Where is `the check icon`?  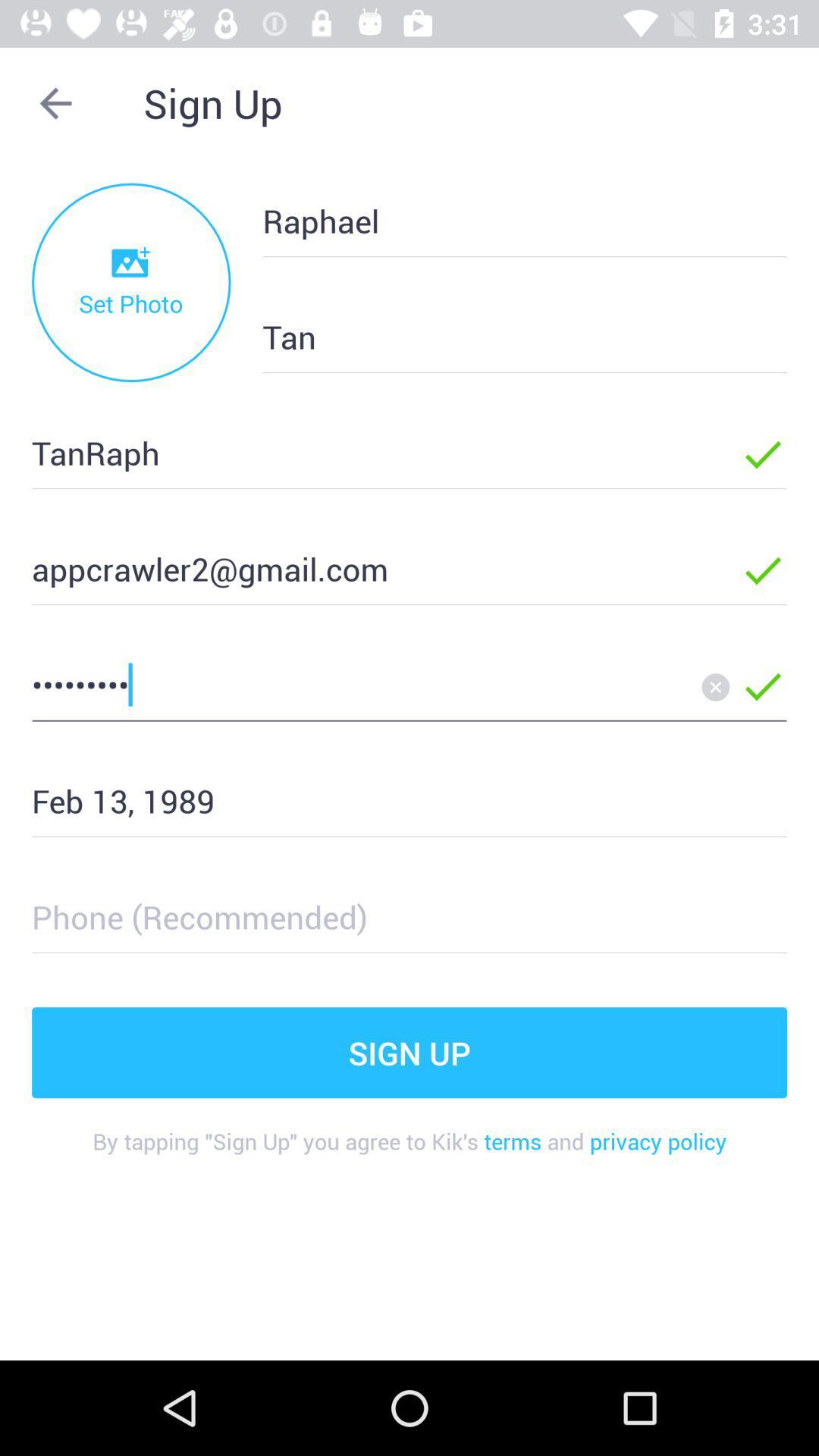 the check icon is located at coordinates (763, 454).